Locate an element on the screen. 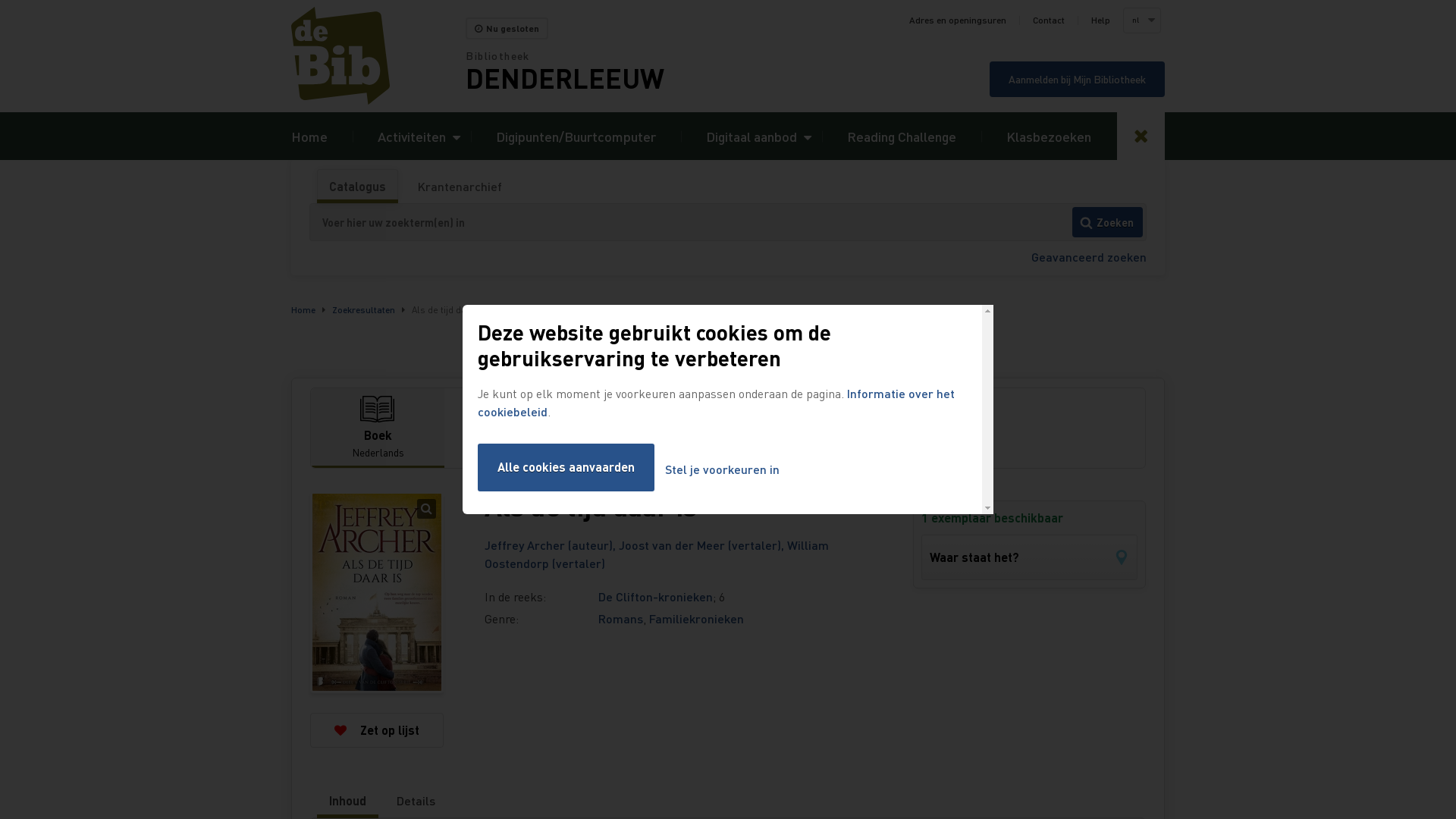 This screenshot has width=1456, height=819. 'Catalogus' is located at coordinates (316, 186).